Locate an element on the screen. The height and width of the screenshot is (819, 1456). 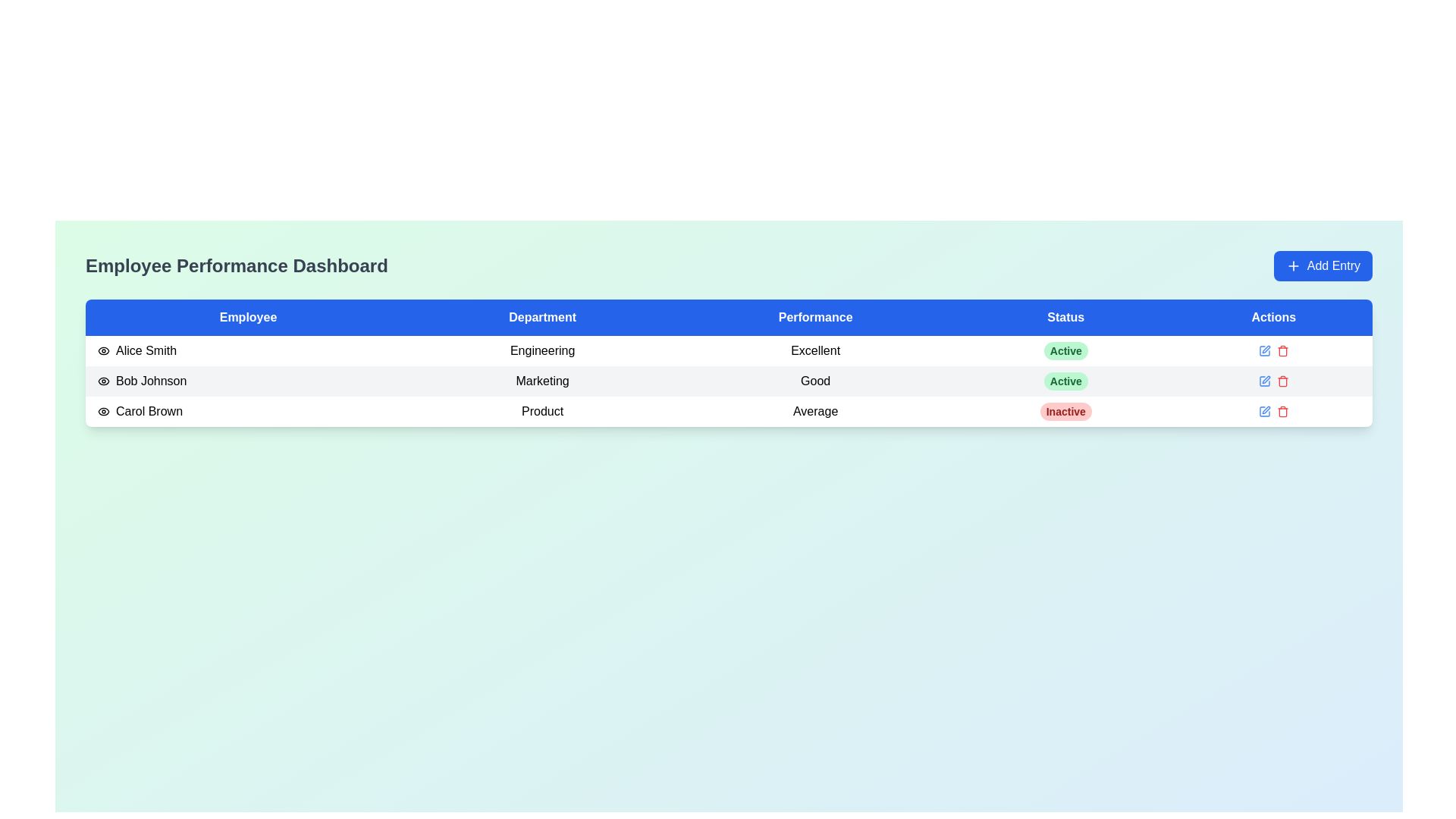
the leftmost icon in the 'Actions' column of the last row in the table to initiate an edit action is located at coordinates (1263, 350).